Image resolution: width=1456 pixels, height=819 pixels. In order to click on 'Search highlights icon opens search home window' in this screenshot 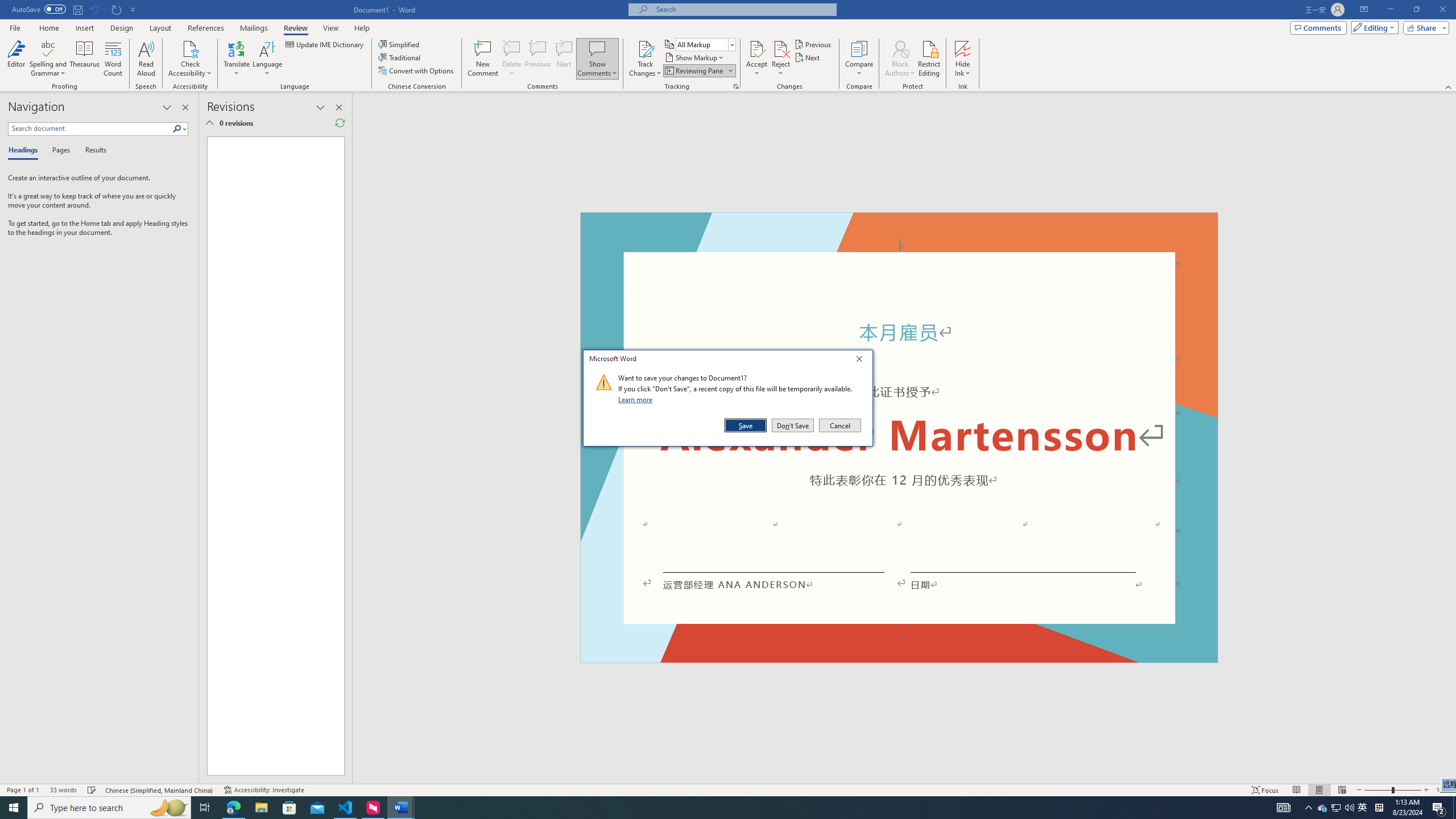, I will do `click(167, 806)`.